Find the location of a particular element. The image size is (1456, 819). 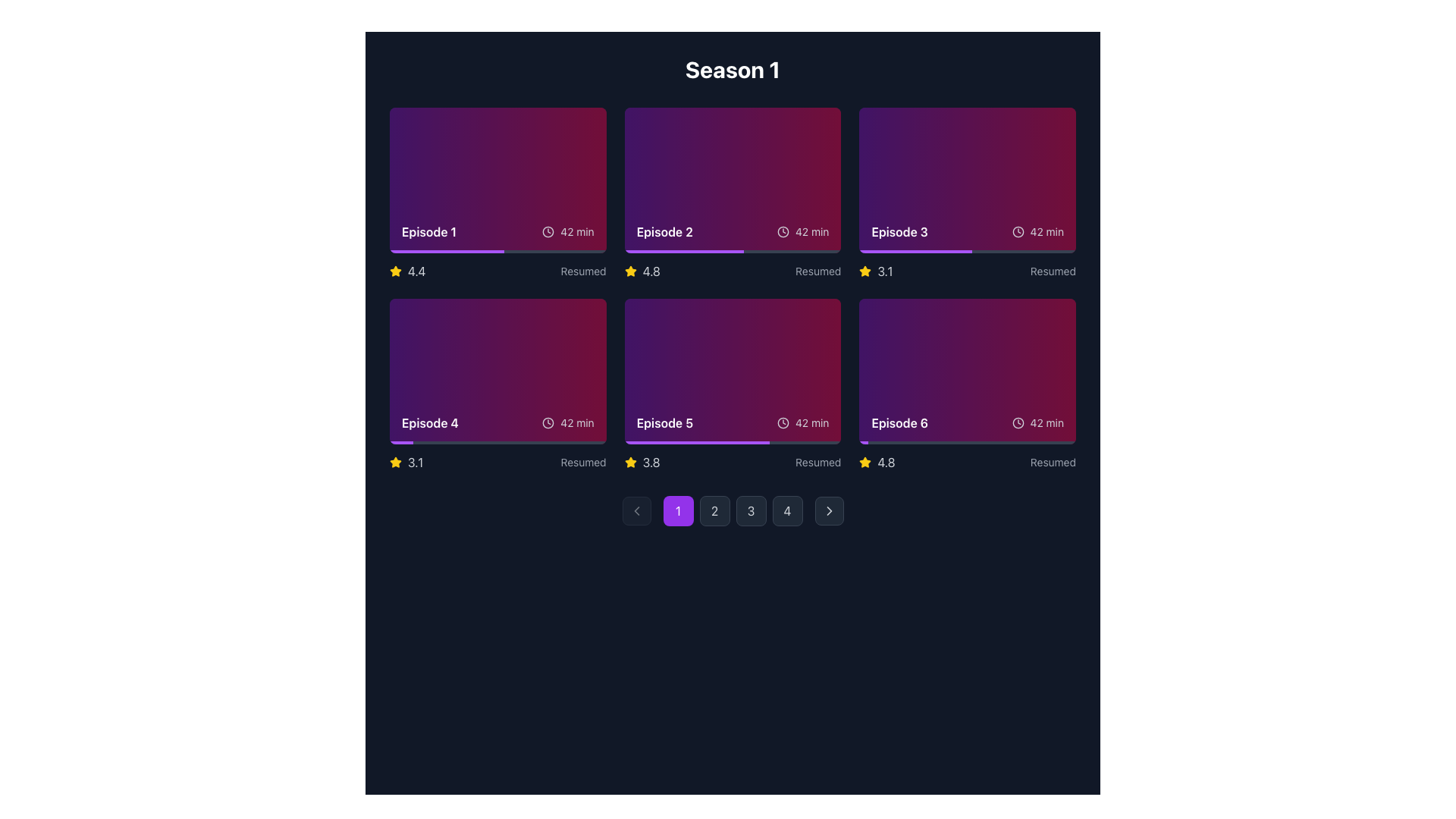

the text label 'Episode 1' which is styled with a bold white font and located within the first content card of the 3x2 grid under the section titled 'Season 1' is located at coordinates (428, 231).